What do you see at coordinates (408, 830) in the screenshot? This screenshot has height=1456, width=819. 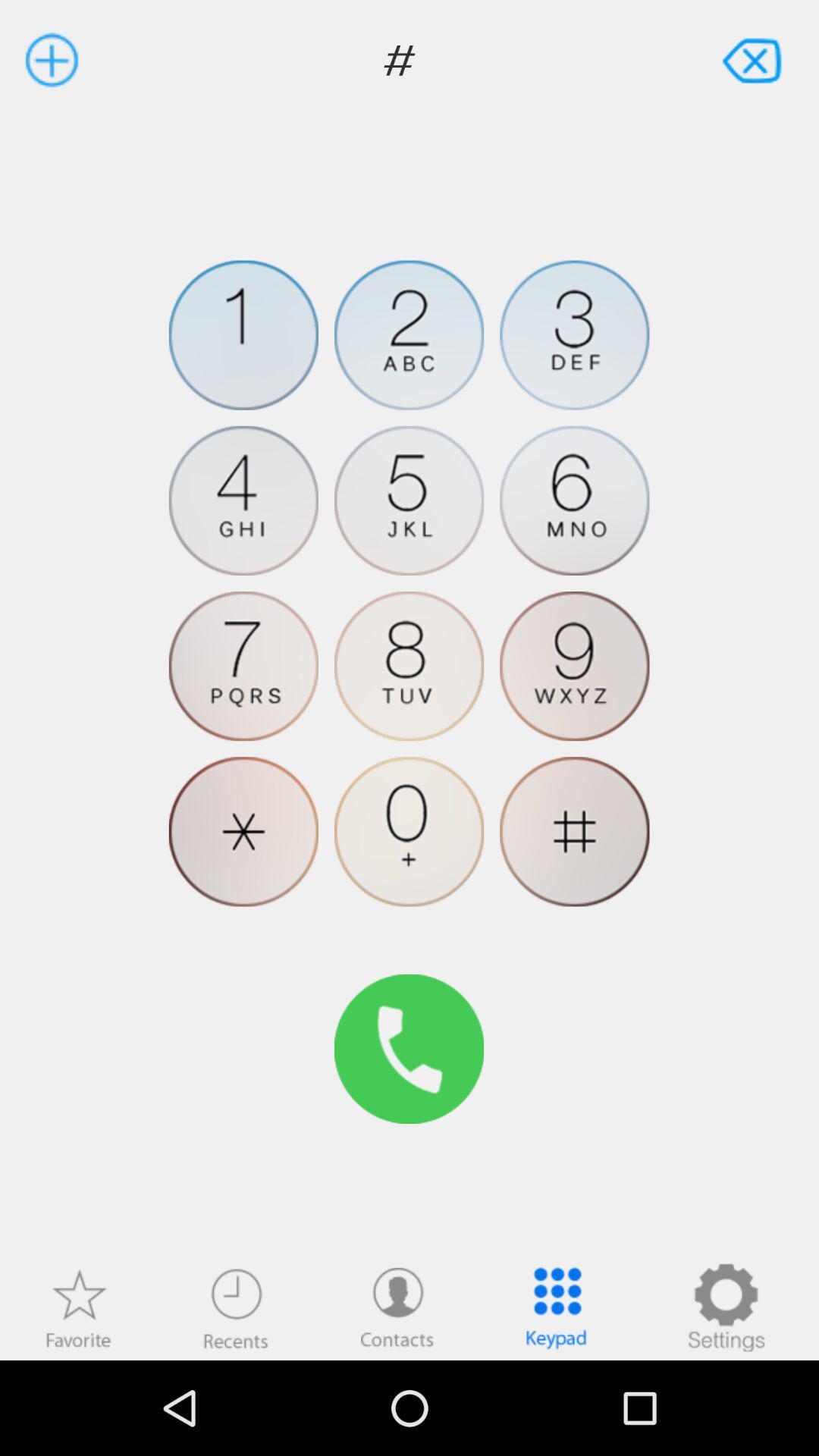 I see `dial zero` at bounding box center [408, 830].